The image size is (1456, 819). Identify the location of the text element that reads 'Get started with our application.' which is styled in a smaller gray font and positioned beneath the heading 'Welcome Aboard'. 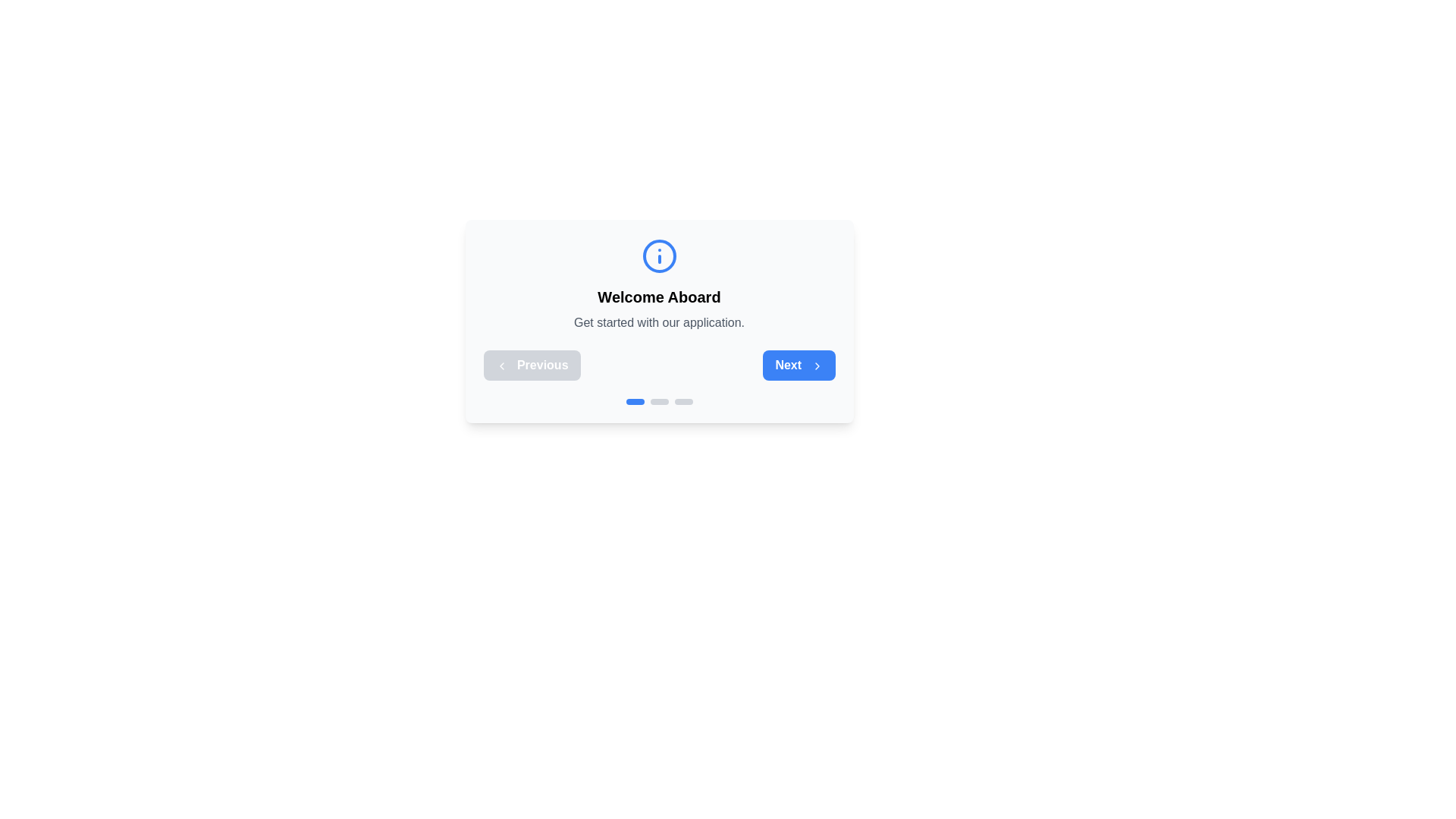
(659, 322).